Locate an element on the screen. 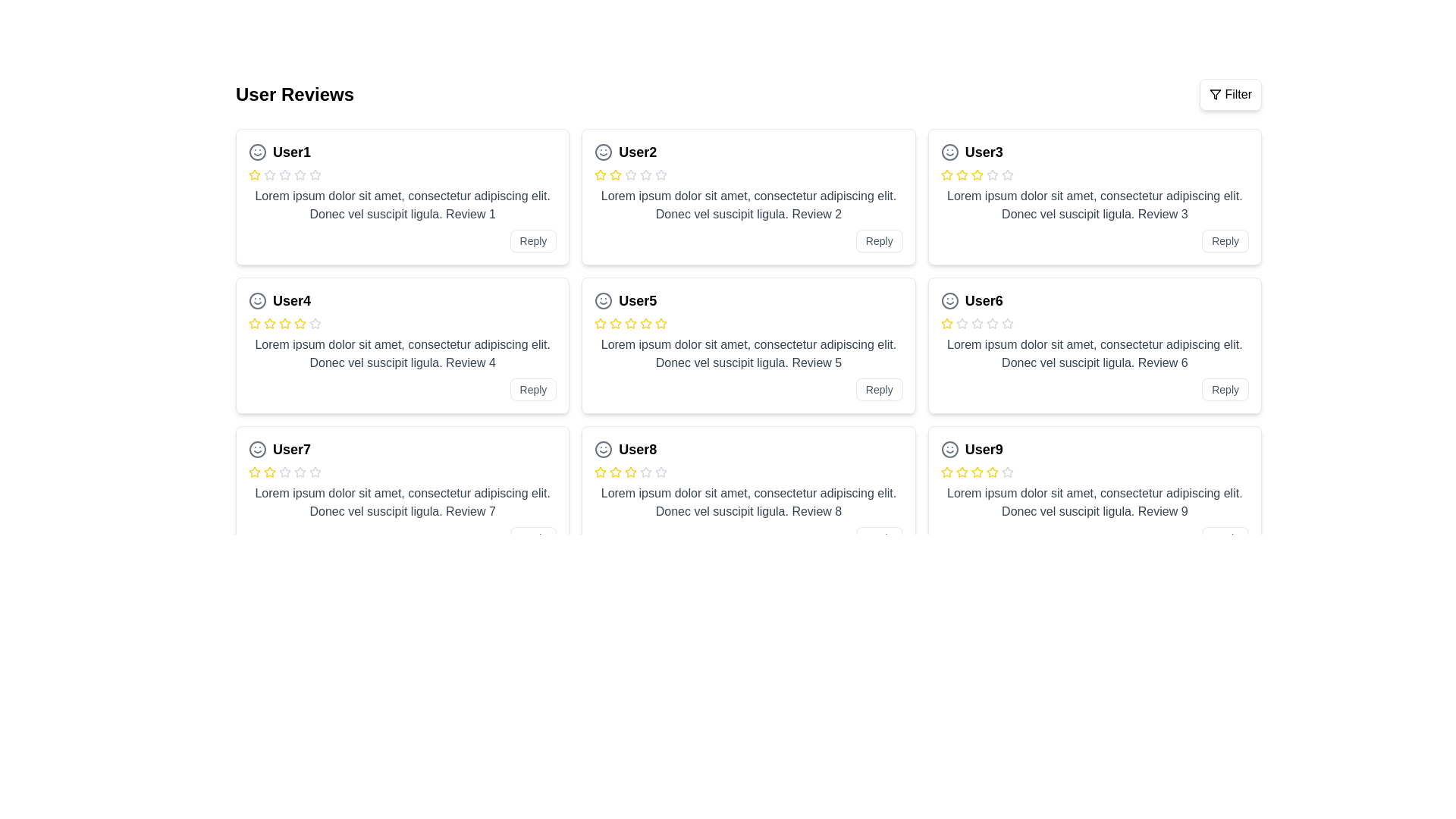 The width and height of the screenshot is (1456, 819). the fifth star icon in the rating component to rate the review by 'User5' is located at coordinates (661, 323).